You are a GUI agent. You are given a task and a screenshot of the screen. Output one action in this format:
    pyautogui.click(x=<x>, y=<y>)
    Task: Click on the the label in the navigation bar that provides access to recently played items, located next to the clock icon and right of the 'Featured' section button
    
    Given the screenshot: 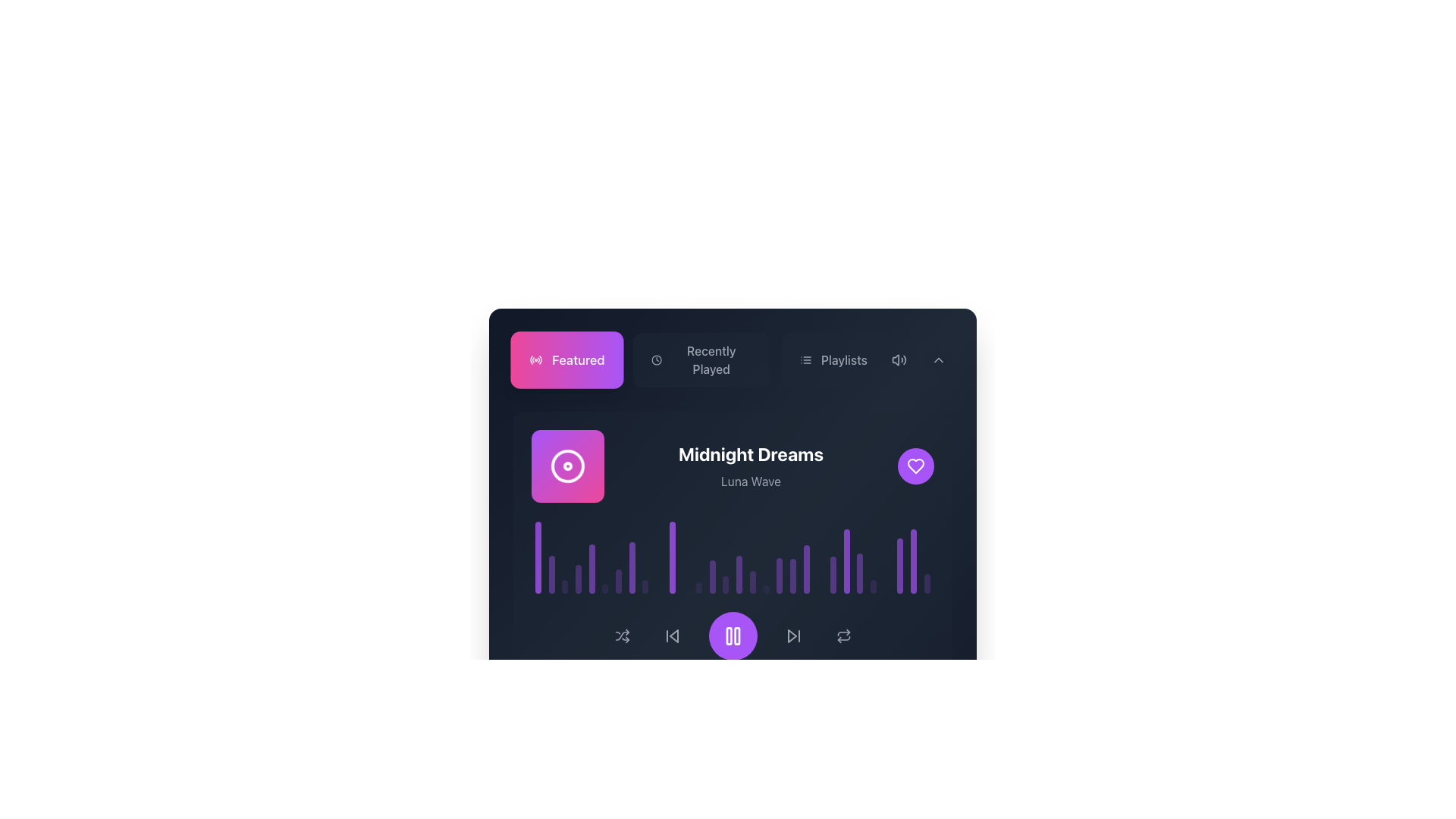 What is the action you would take?
    pyautogui.click(x=711, y=359)
    